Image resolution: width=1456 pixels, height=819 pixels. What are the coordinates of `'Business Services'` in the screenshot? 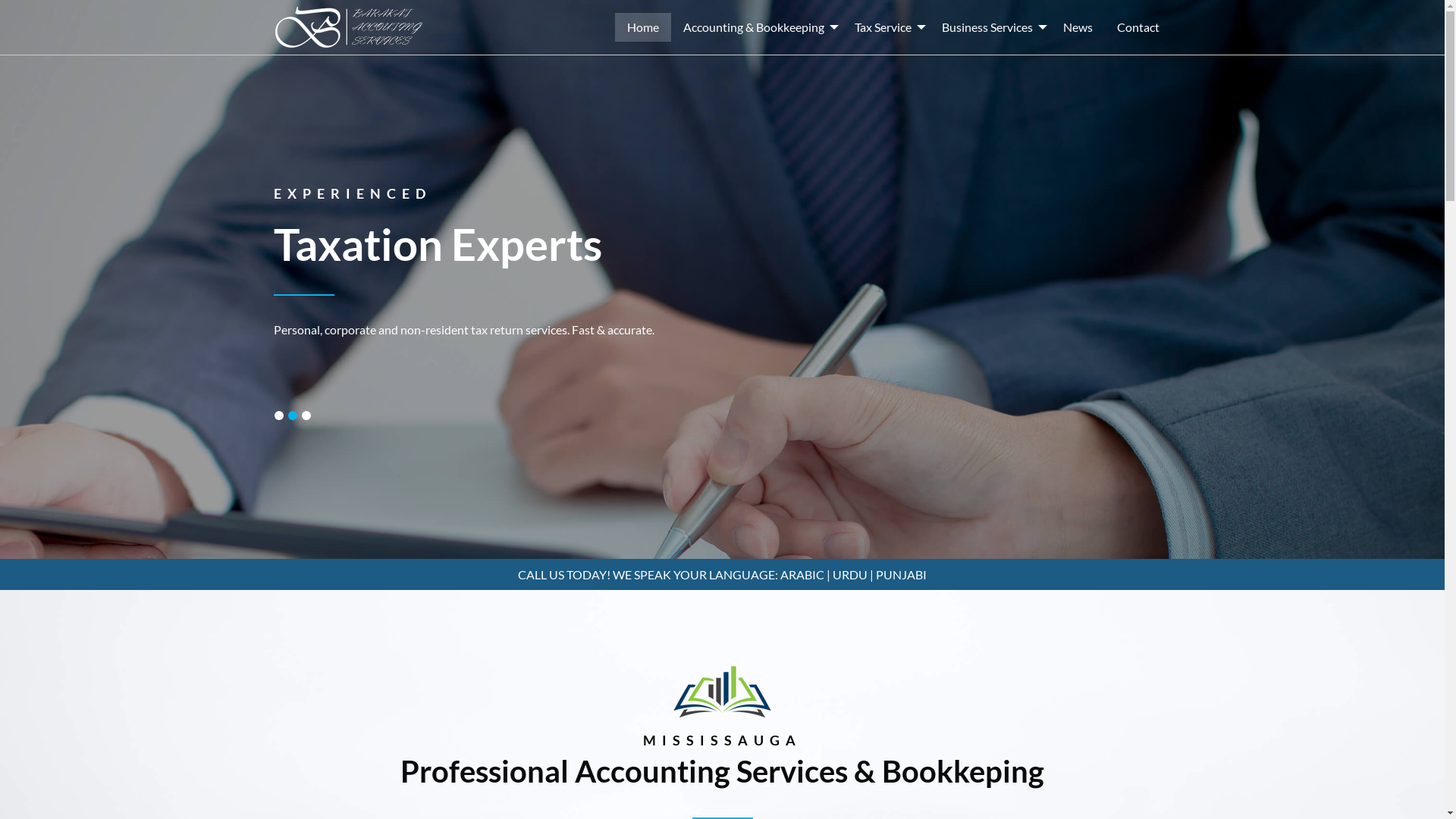 It's located at (990, 27).